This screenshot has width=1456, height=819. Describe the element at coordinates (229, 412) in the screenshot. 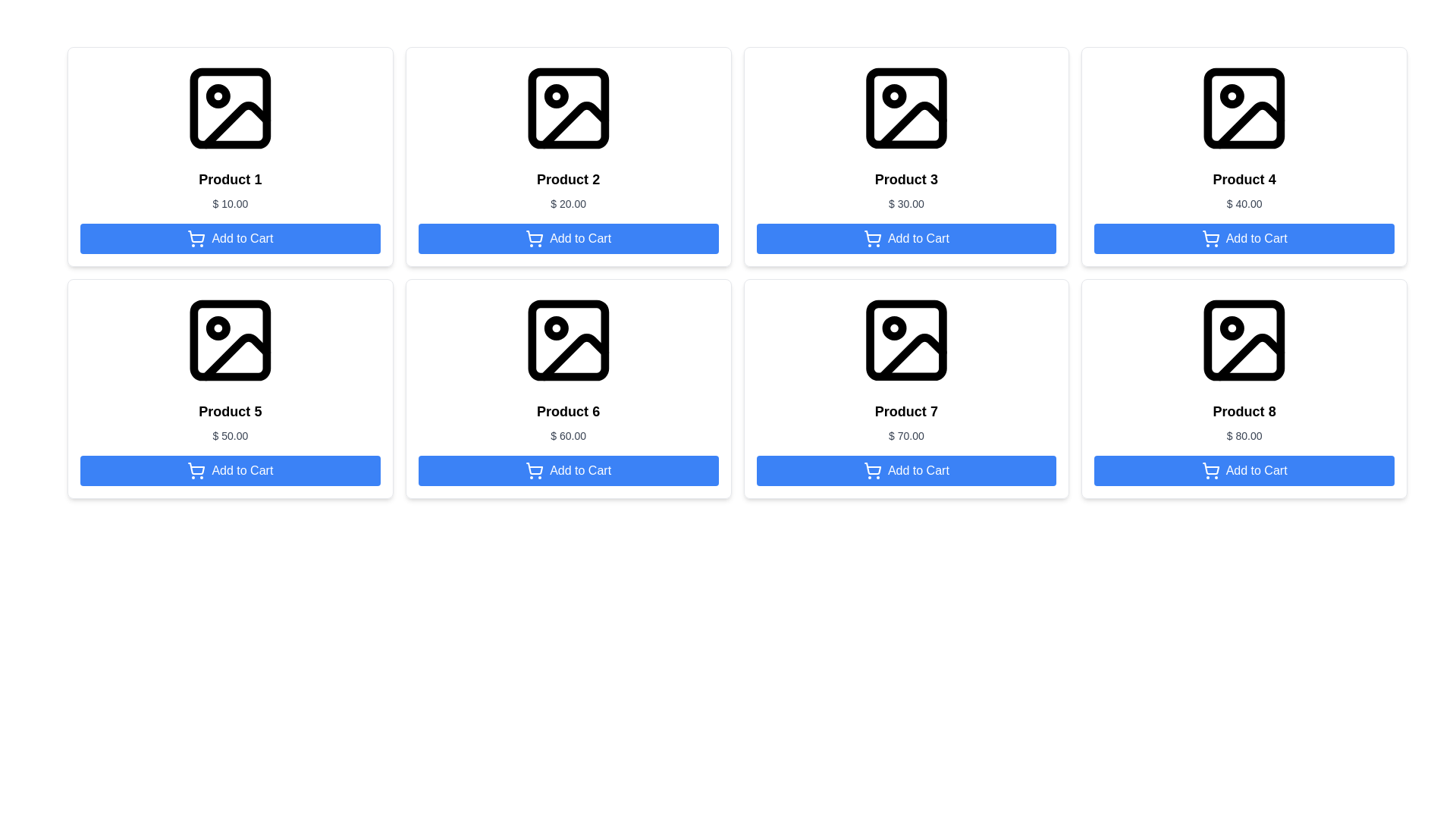

I see `the product title text element for 'Product 5', which is located in the first column of the second row of the grid, just below the product image and above the product price` at that location.